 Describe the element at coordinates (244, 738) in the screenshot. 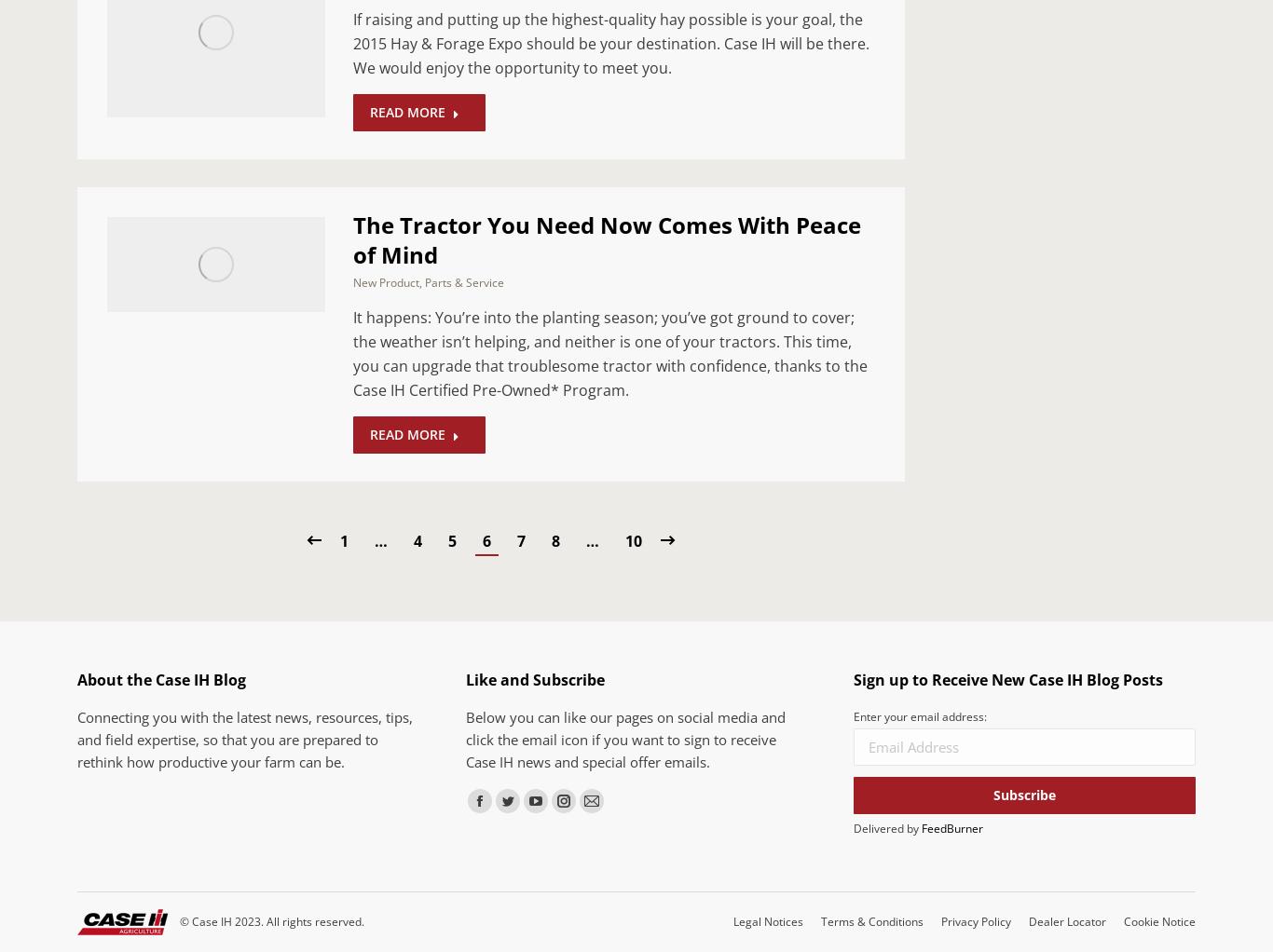

I see `'Connecting you with the latest news, resources, tips, and field expertise, so that you are prepared to rethink how productive your farm can be.'` at that location.